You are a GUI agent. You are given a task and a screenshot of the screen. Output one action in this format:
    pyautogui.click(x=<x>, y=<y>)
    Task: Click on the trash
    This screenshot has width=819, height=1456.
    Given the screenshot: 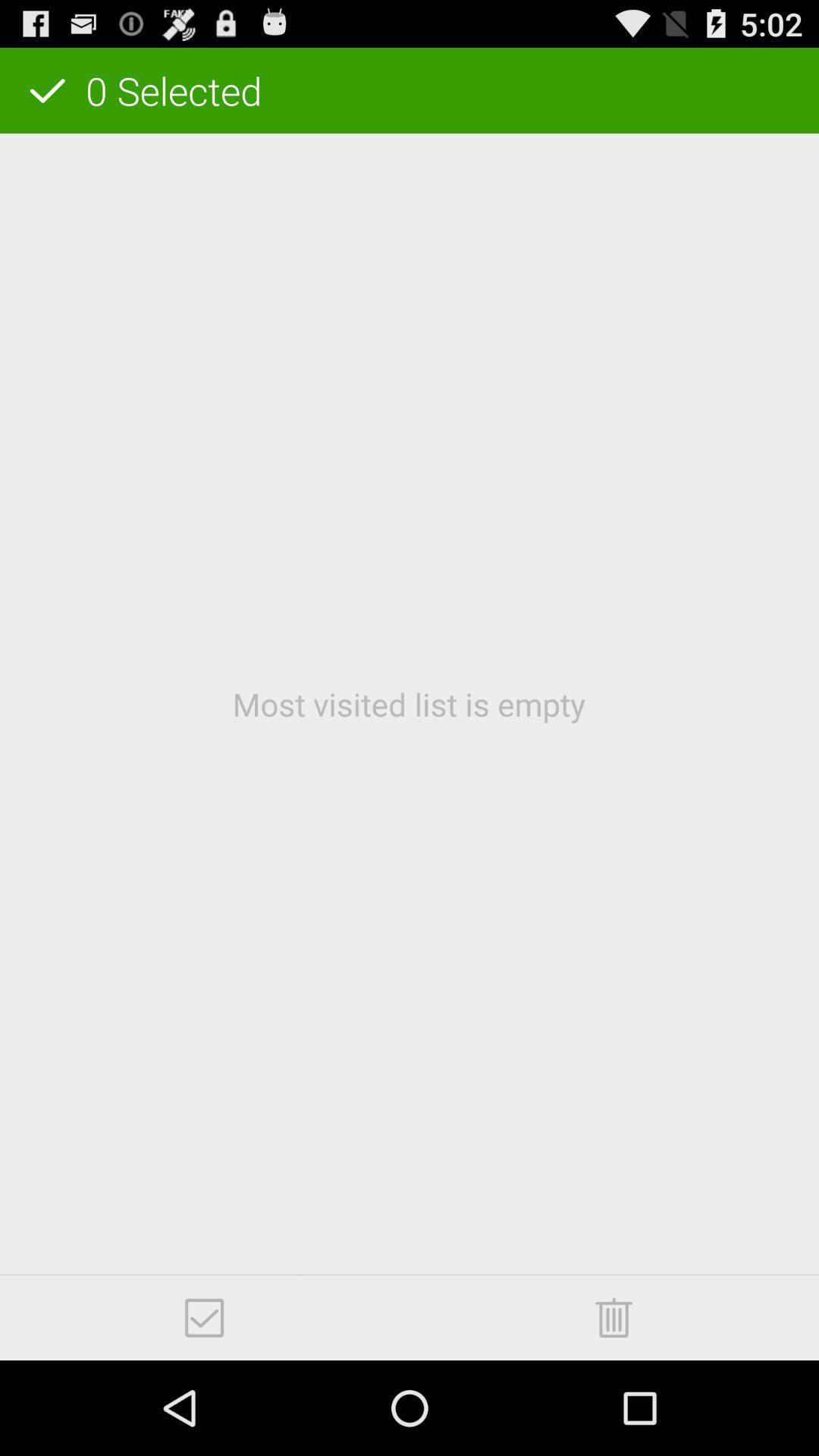 What is the action you would take?
    pyautogui.click(x=613, y=1316)
    